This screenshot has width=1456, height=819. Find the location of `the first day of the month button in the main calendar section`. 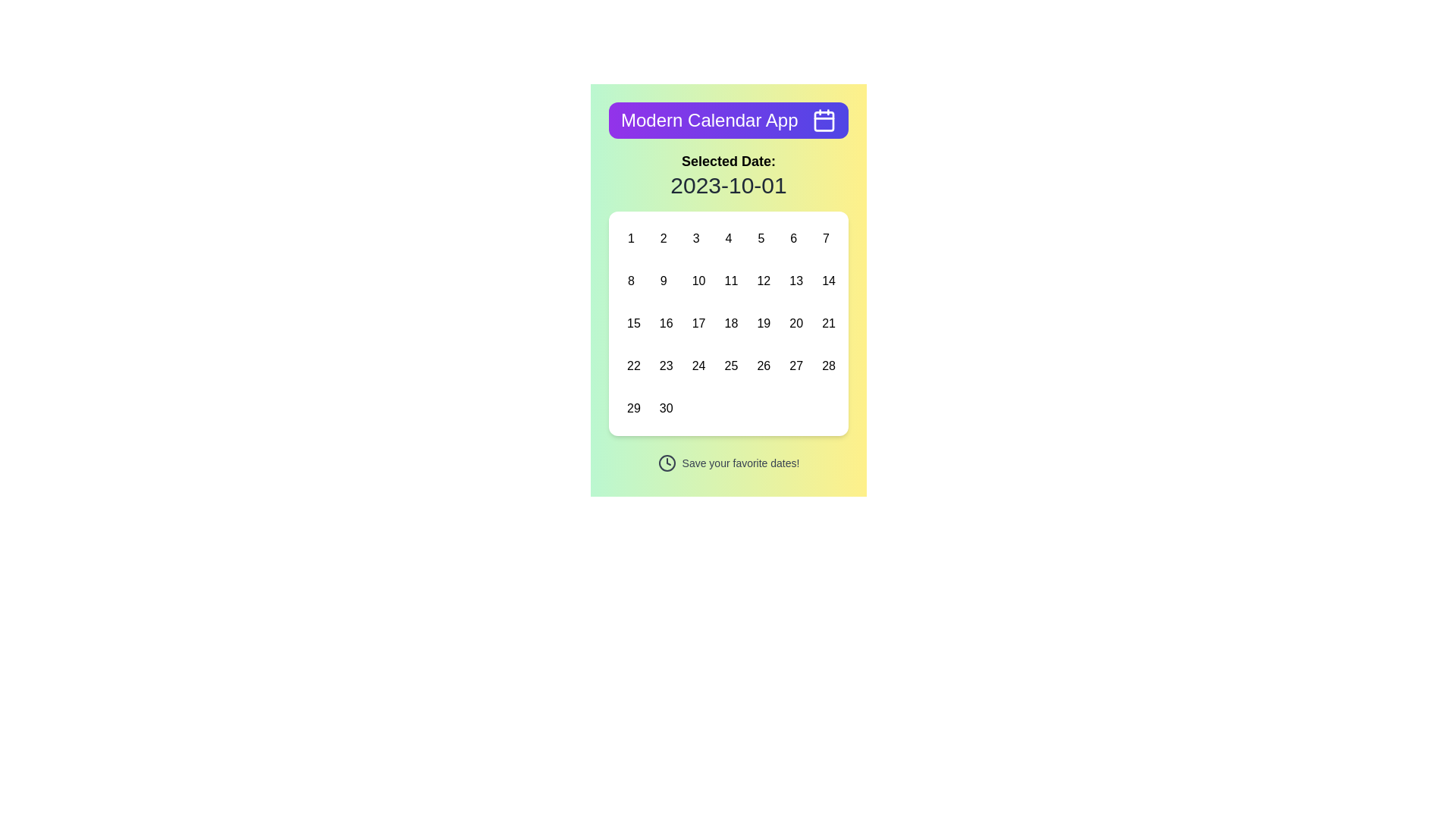

the first day of the month button in the main calendar section is located at coordinates (631, 239).